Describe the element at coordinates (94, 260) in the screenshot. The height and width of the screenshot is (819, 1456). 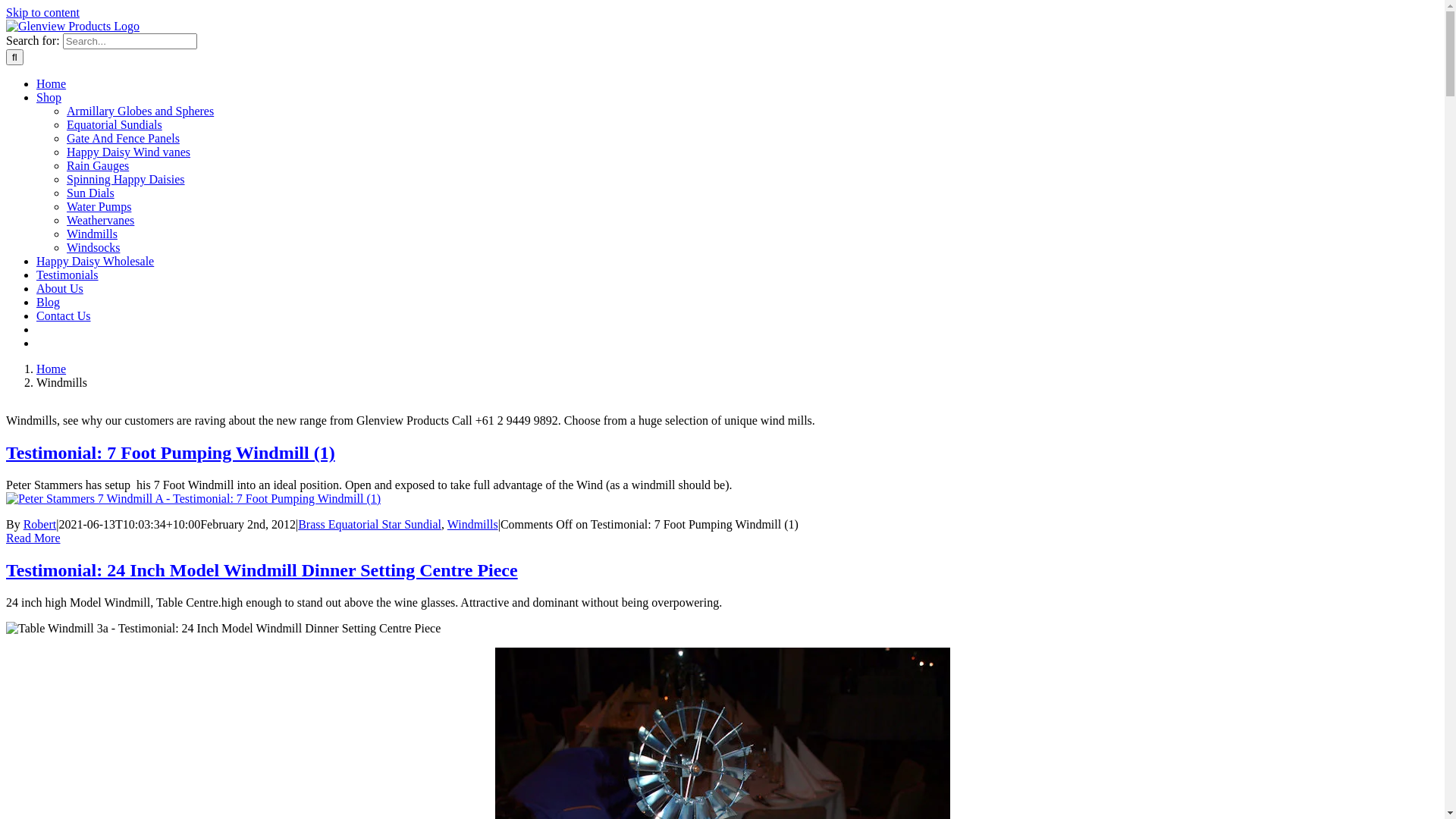
I see `'Happy Daisy Wholesale'` at that location.